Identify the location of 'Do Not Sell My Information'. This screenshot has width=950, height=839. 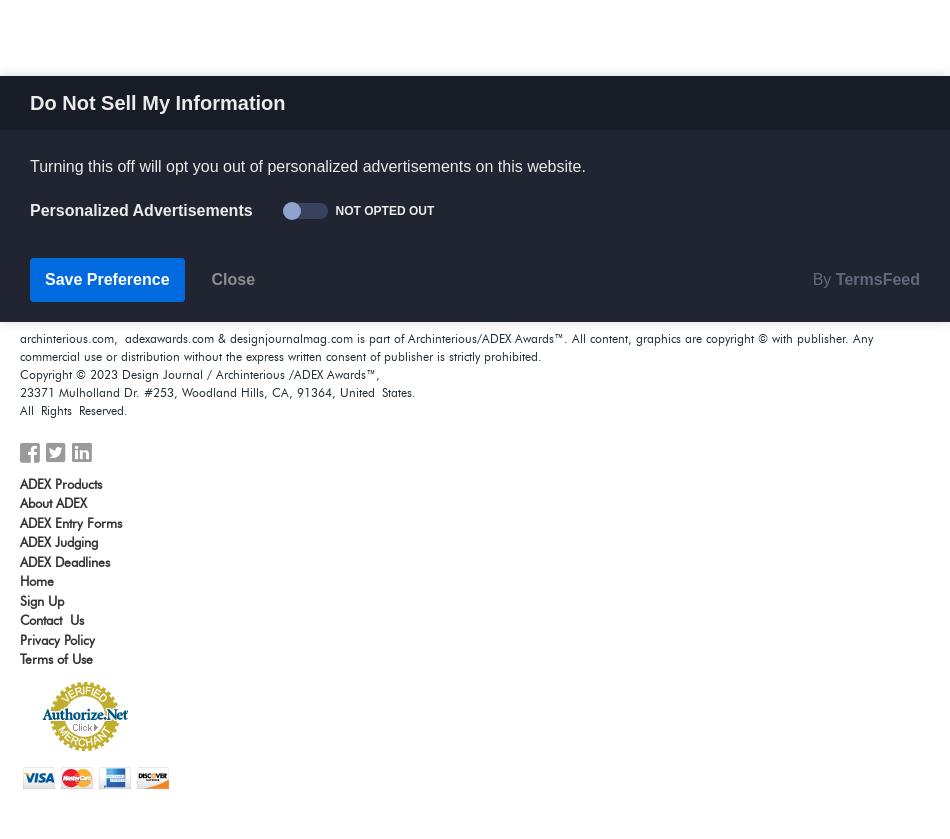
(157, 103).